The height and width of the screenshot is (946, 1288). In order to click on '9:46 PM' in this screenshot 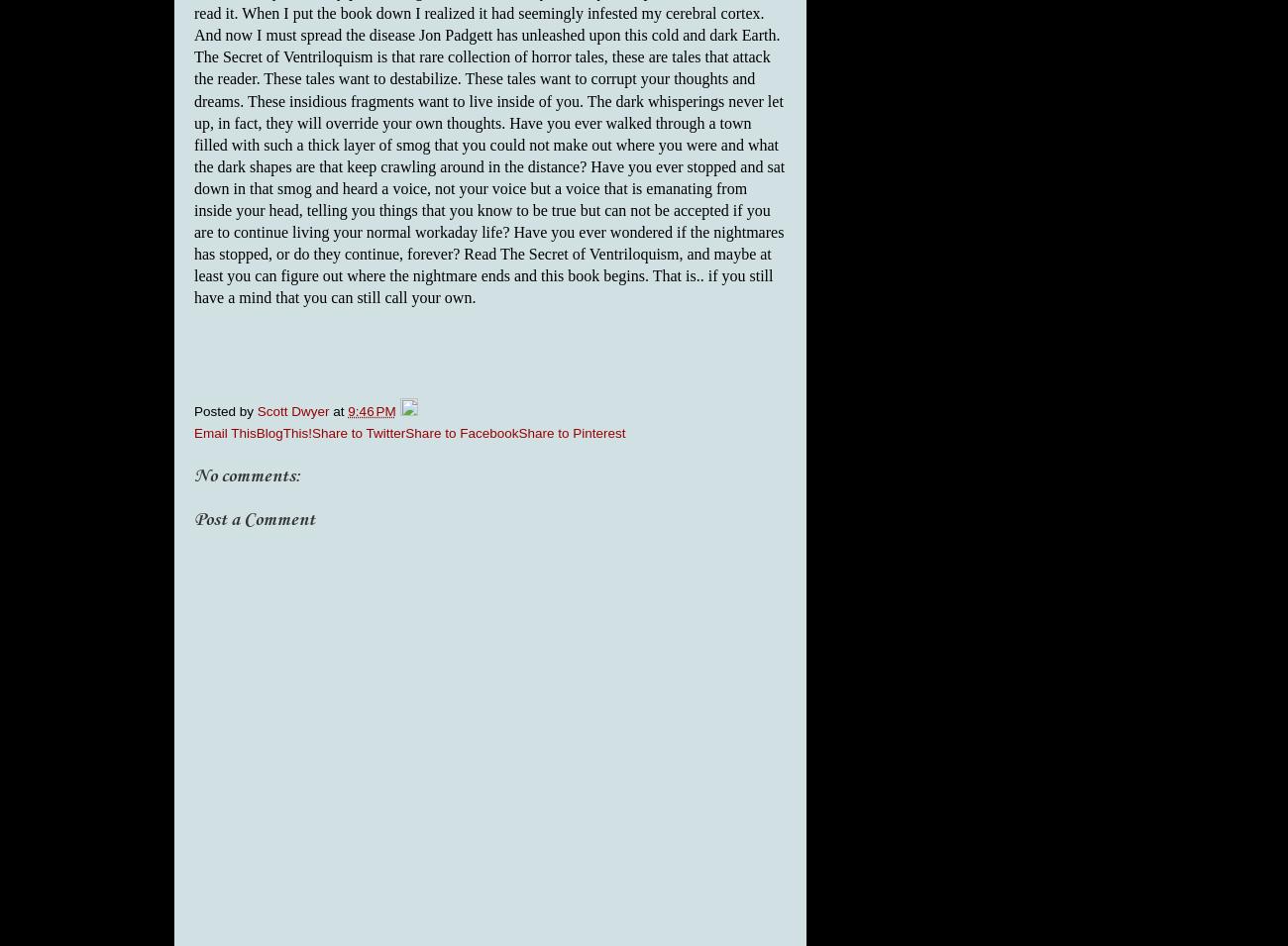, I will do `click(371, 410)`.